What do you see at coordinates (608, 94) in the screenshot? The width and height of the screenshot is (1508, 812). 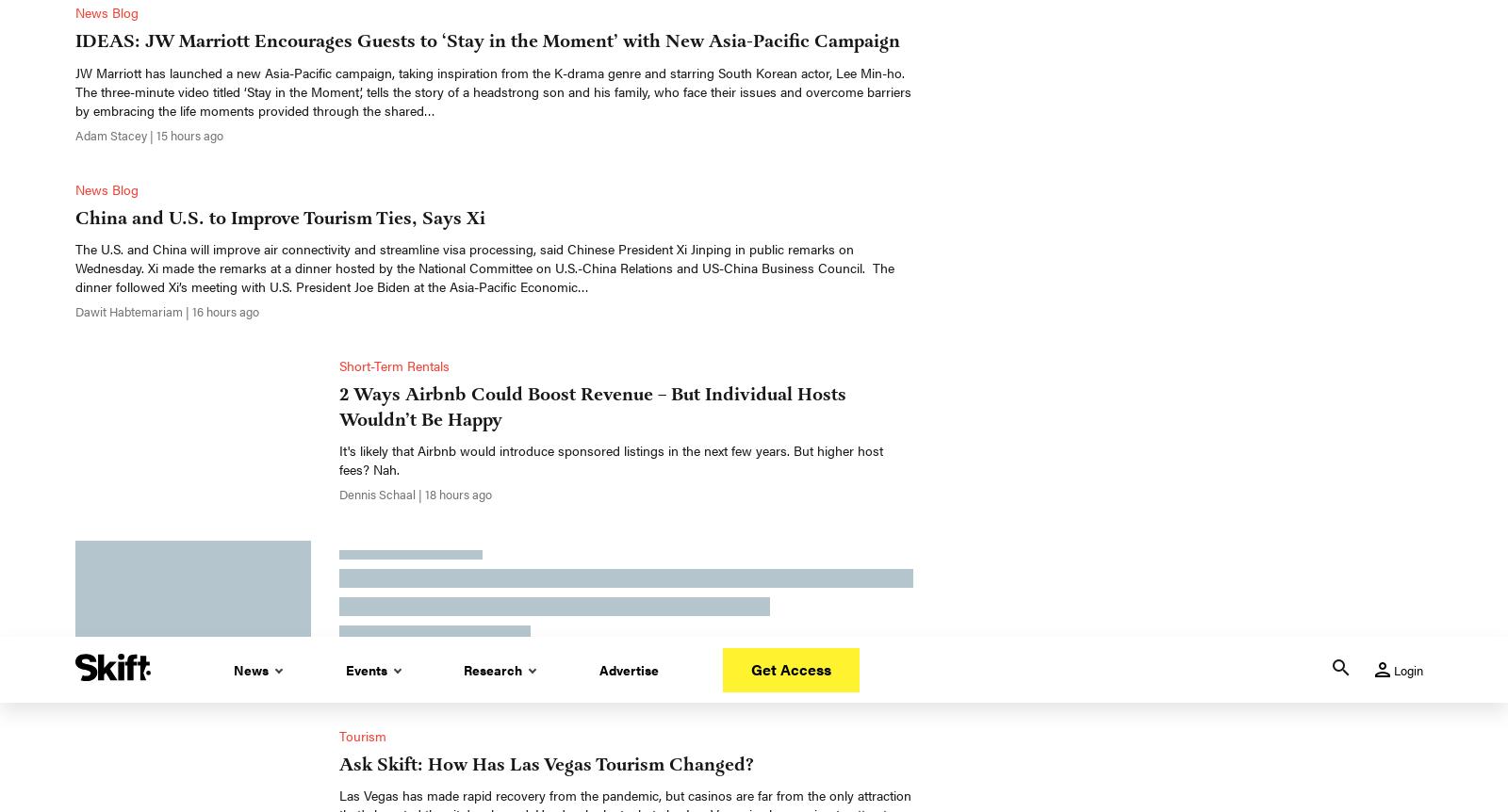 I see `'IHG will franchise a hotel at The Heart Of Europe, with potential for two more hotels at one of Dubai's best-known on-again-off-again tourism projects.'` at bounding box center [608, 94].